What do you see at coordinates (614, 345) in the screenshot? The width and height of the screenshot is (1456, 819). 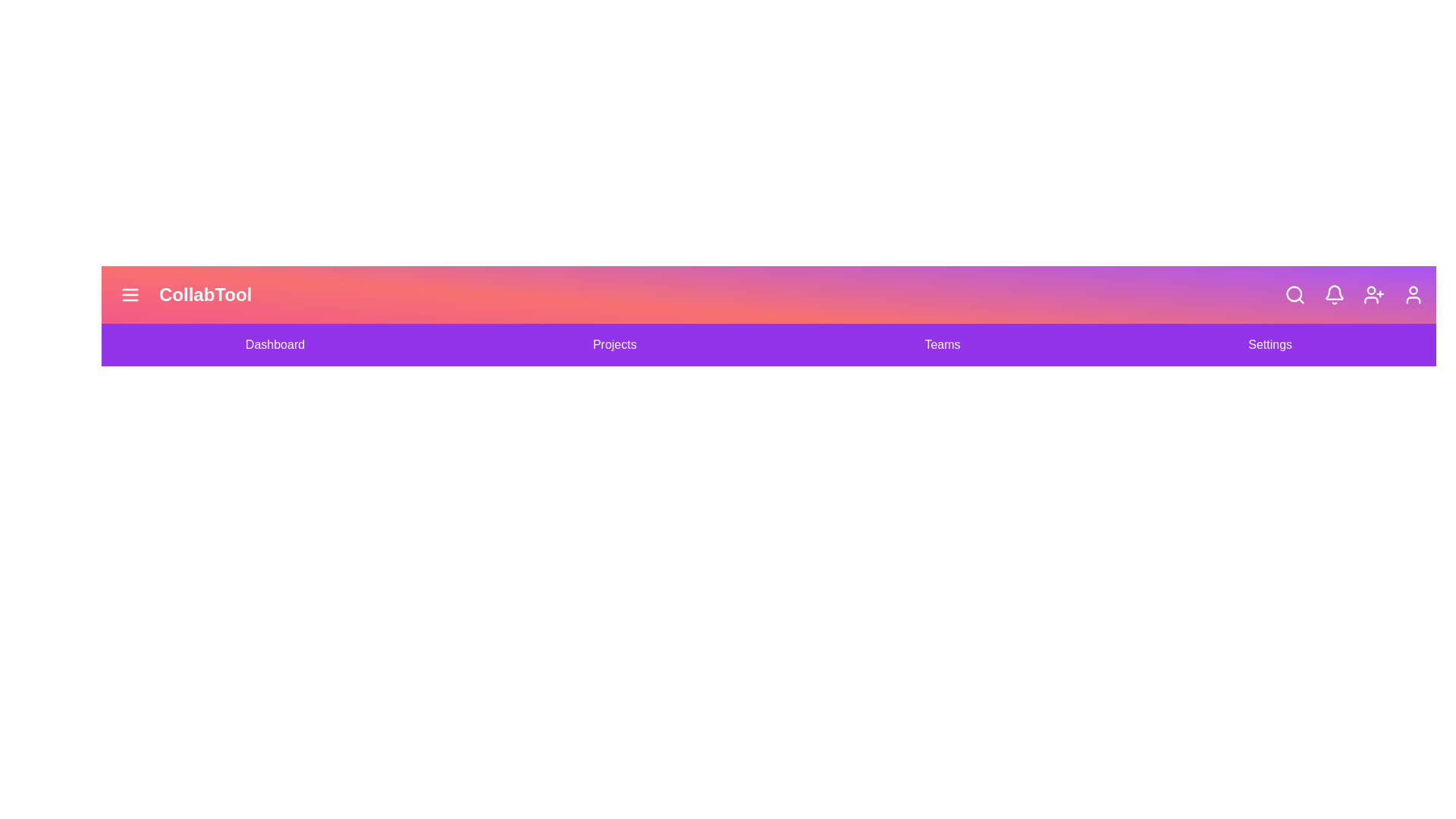 I see `the navigation link Projects` at bounding box center [614, 345].